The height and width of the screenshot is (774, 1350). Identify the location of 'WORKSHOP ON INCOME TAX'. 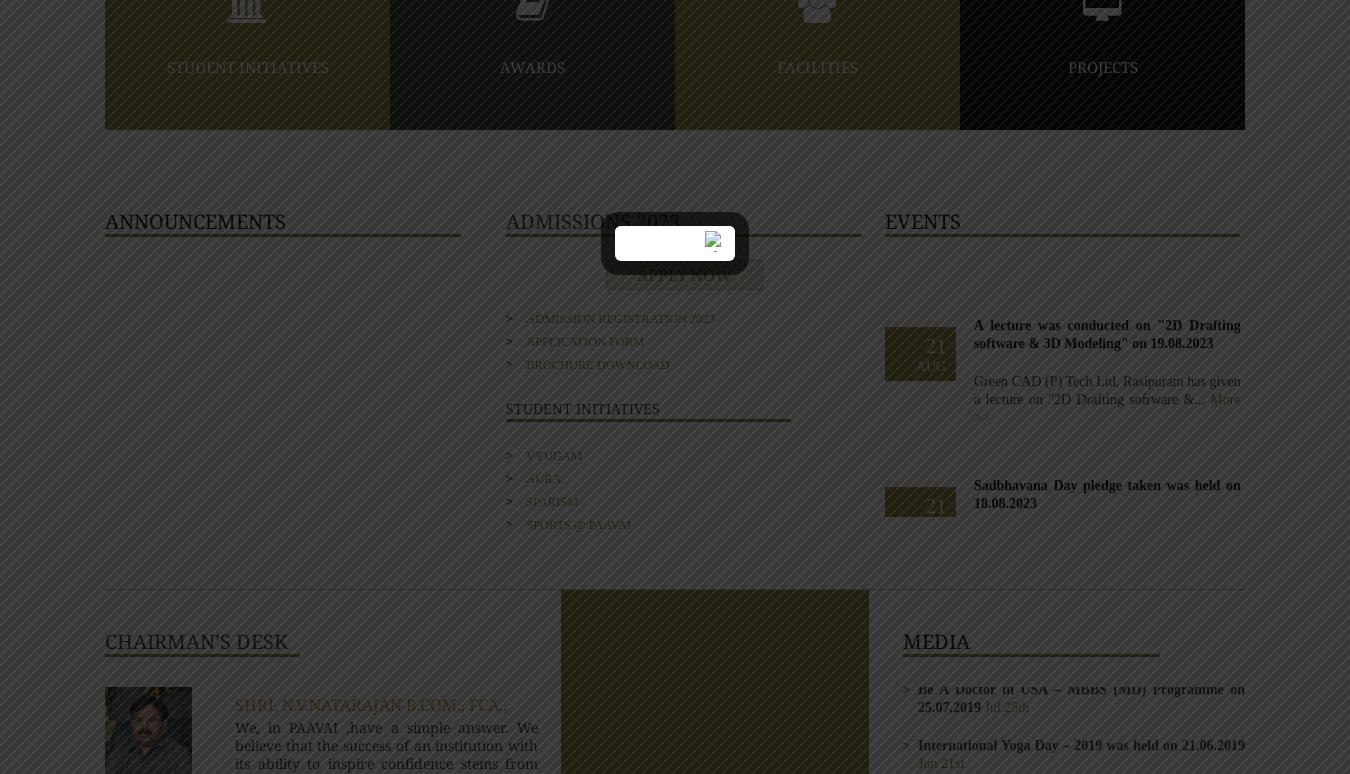
(1018, 494).